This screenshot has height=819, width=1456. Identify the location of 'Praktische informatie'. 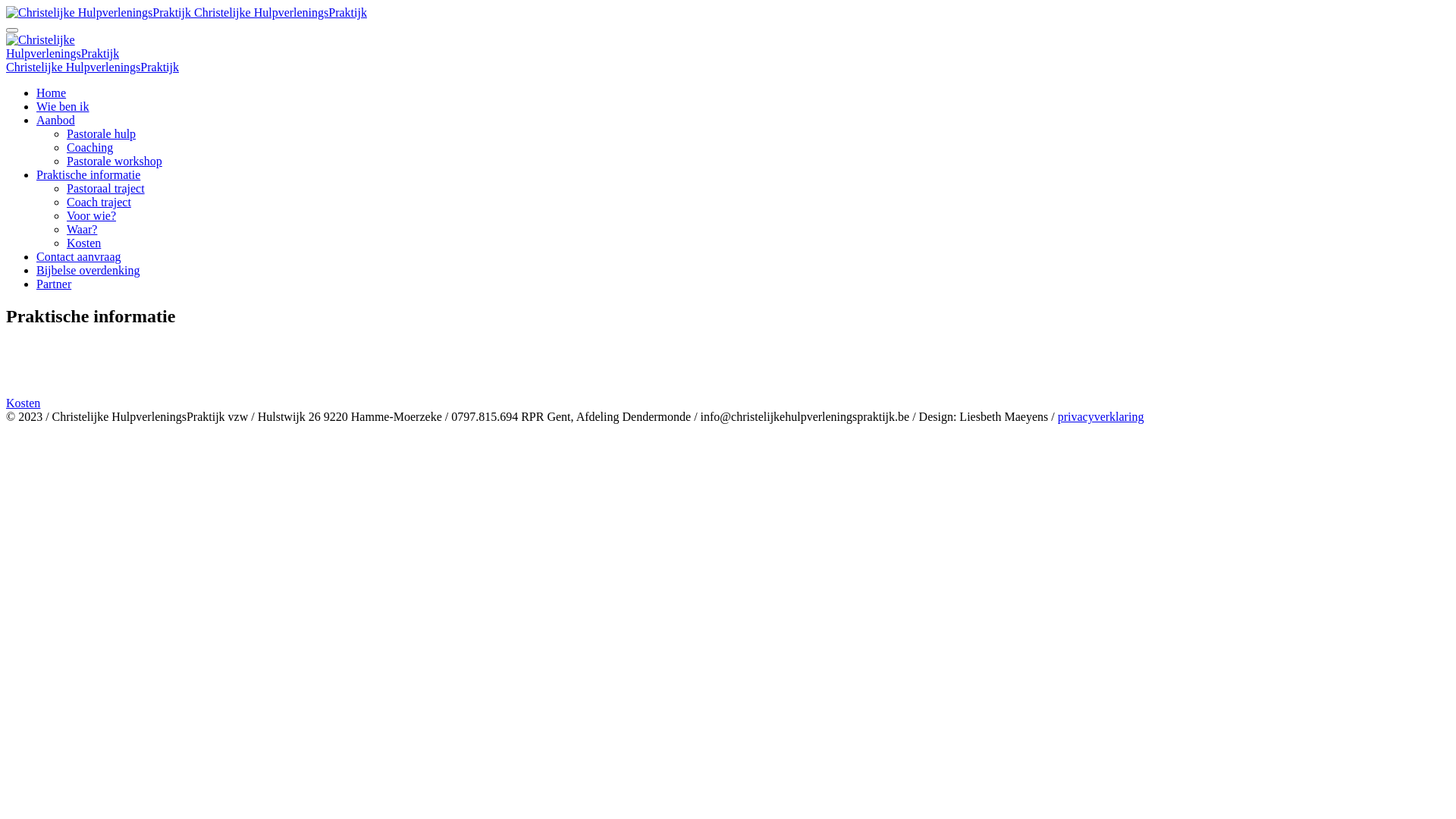
(87, 174).